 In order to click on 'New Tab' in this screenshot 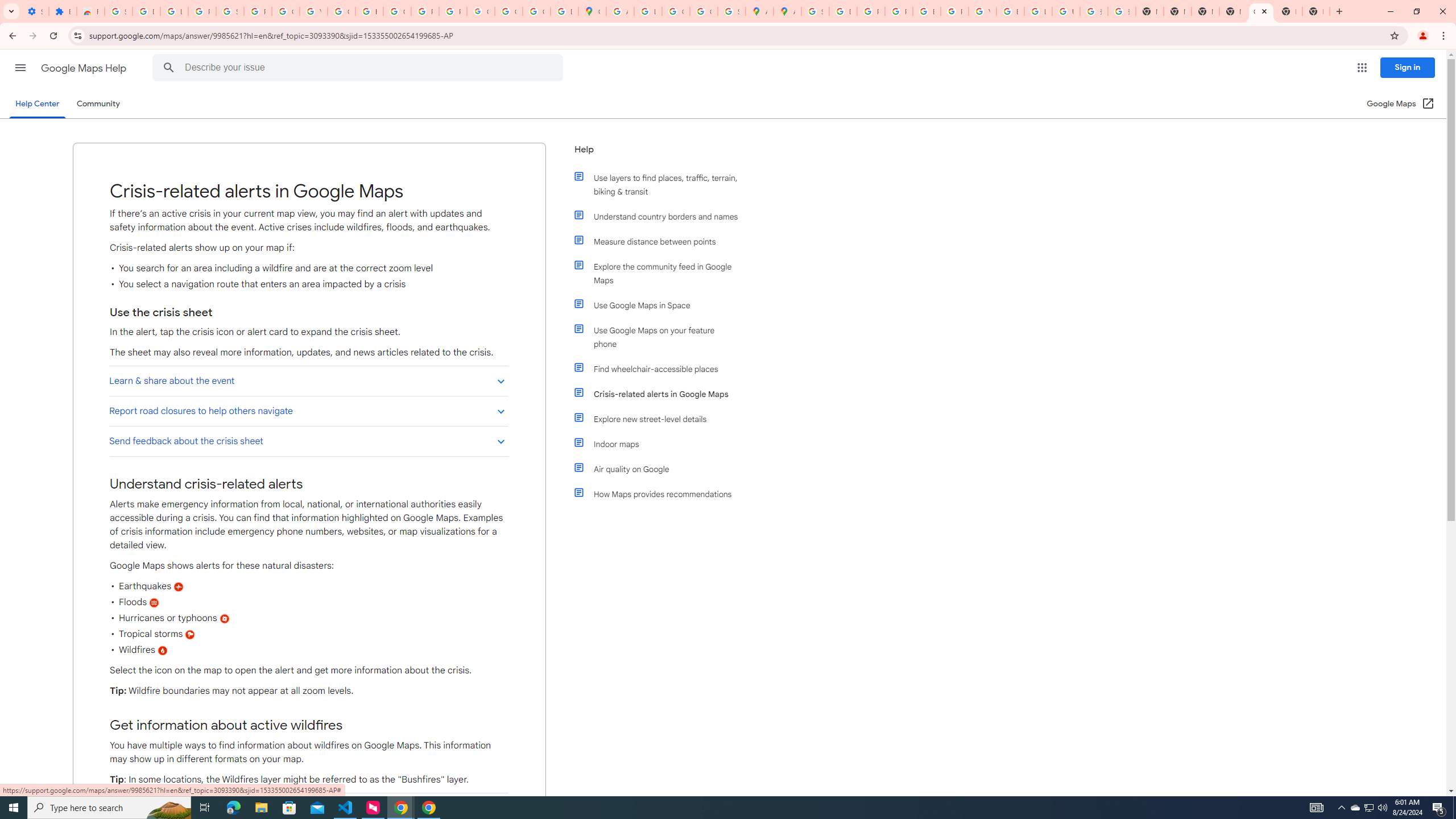, I will do `click(1316, 11)`.